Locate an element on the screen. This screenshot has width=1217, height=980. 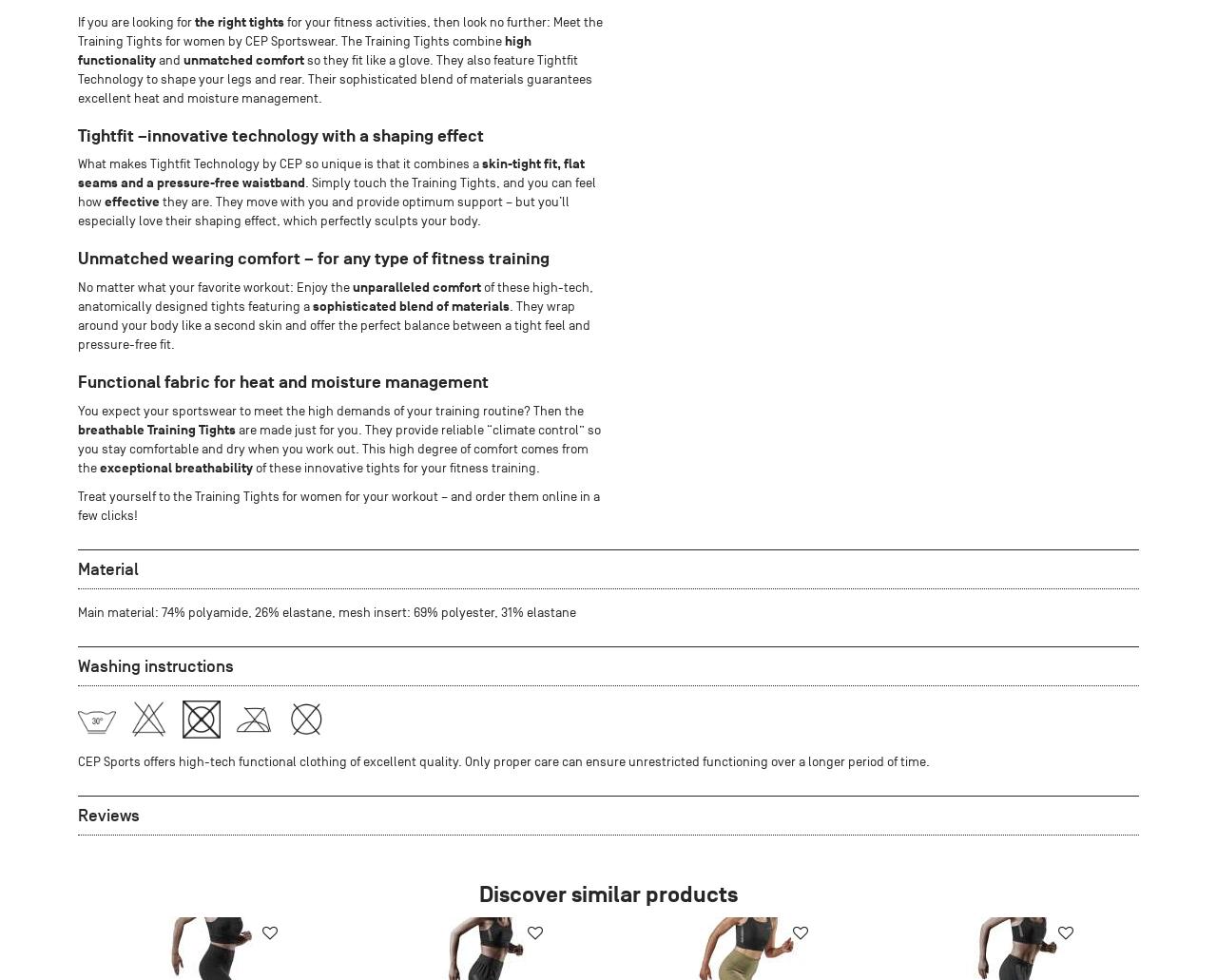
'Treat yourself to the Training Tights for women for your workout – and order them online in a few clicks!' is located at coordinates (338, 505).